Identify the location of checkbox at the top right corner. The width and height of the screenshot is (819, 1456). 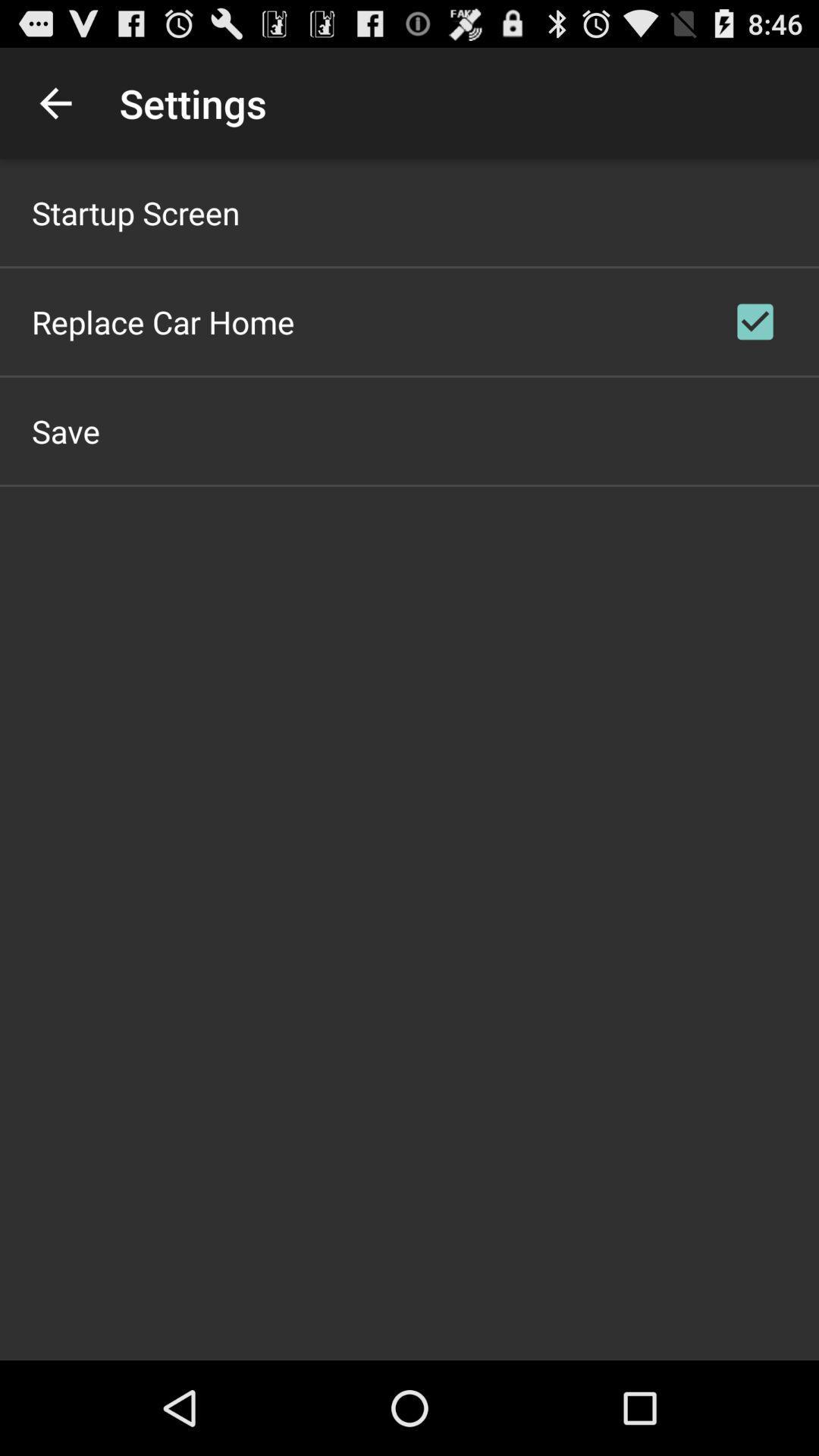
(755, 321).